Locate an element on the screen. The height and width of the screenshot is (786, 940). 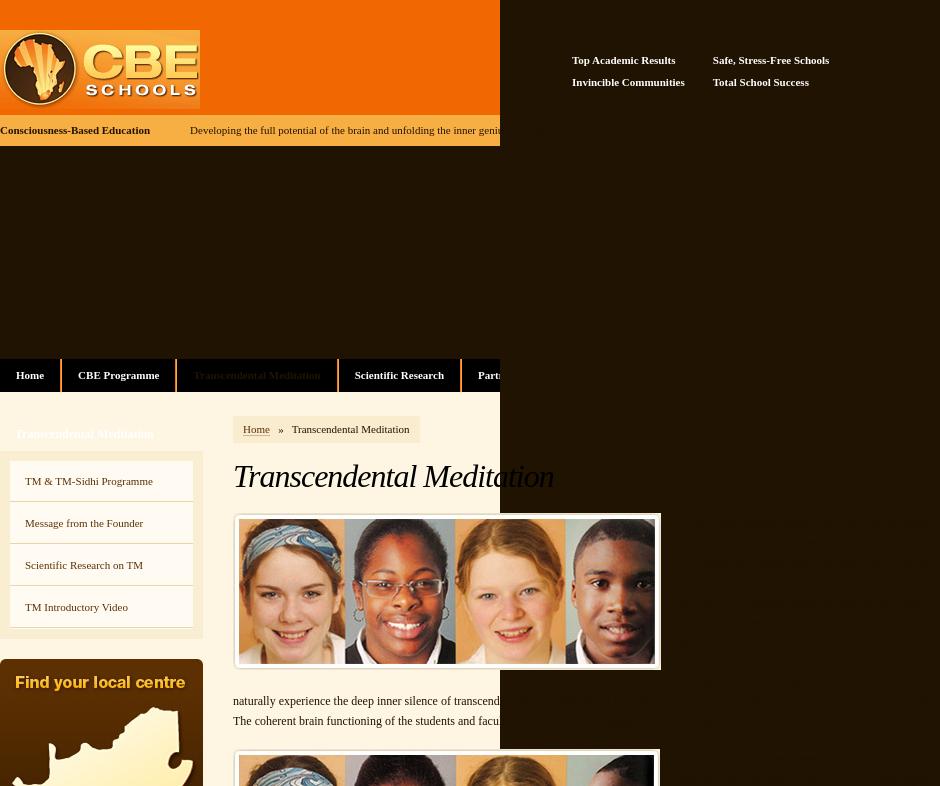
'Home' is located at coordinates (255, 427).